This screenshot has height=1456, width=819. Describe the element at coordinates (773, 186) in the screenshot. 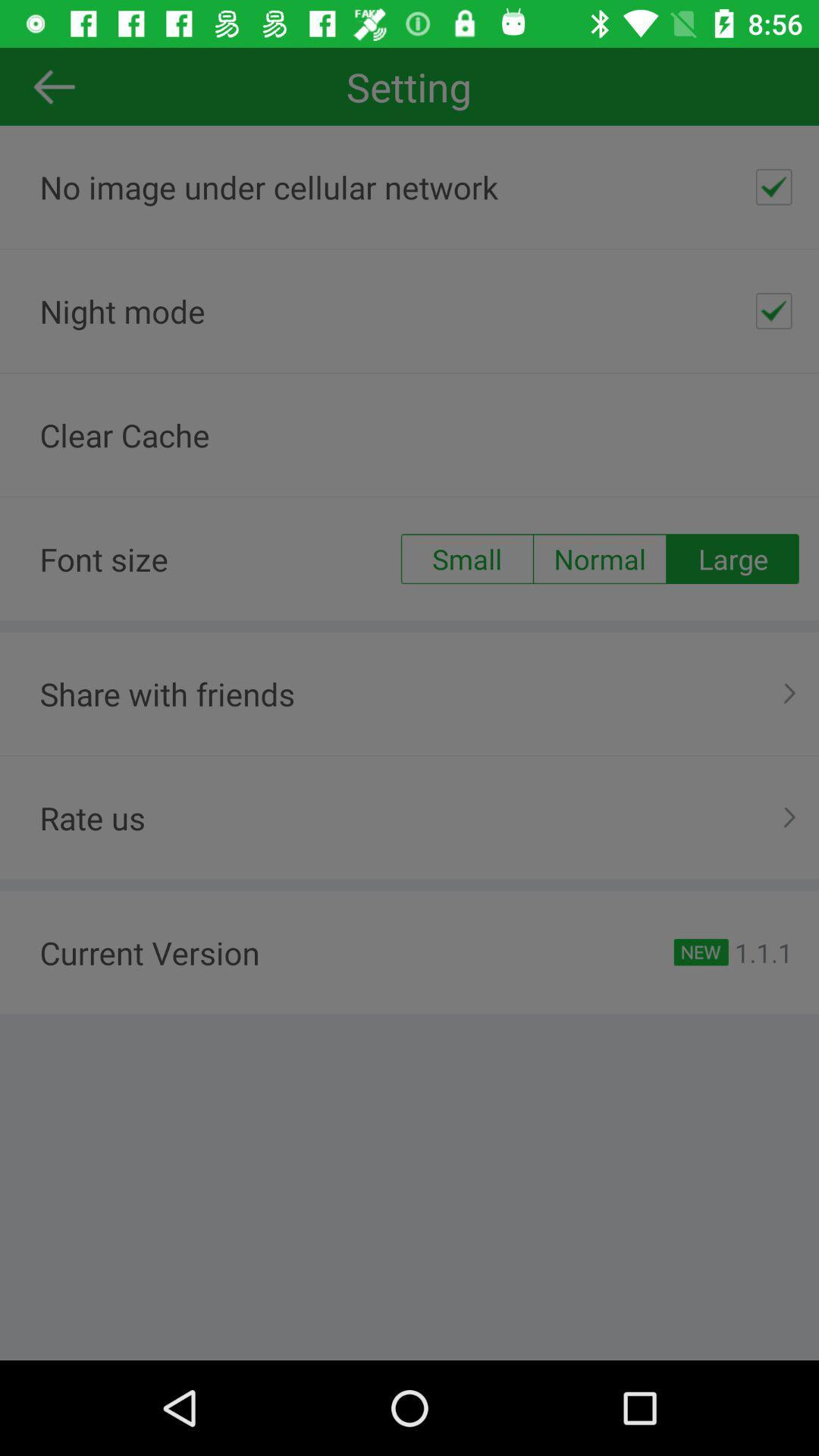

I see `the item to the right of the no image under` at that location.